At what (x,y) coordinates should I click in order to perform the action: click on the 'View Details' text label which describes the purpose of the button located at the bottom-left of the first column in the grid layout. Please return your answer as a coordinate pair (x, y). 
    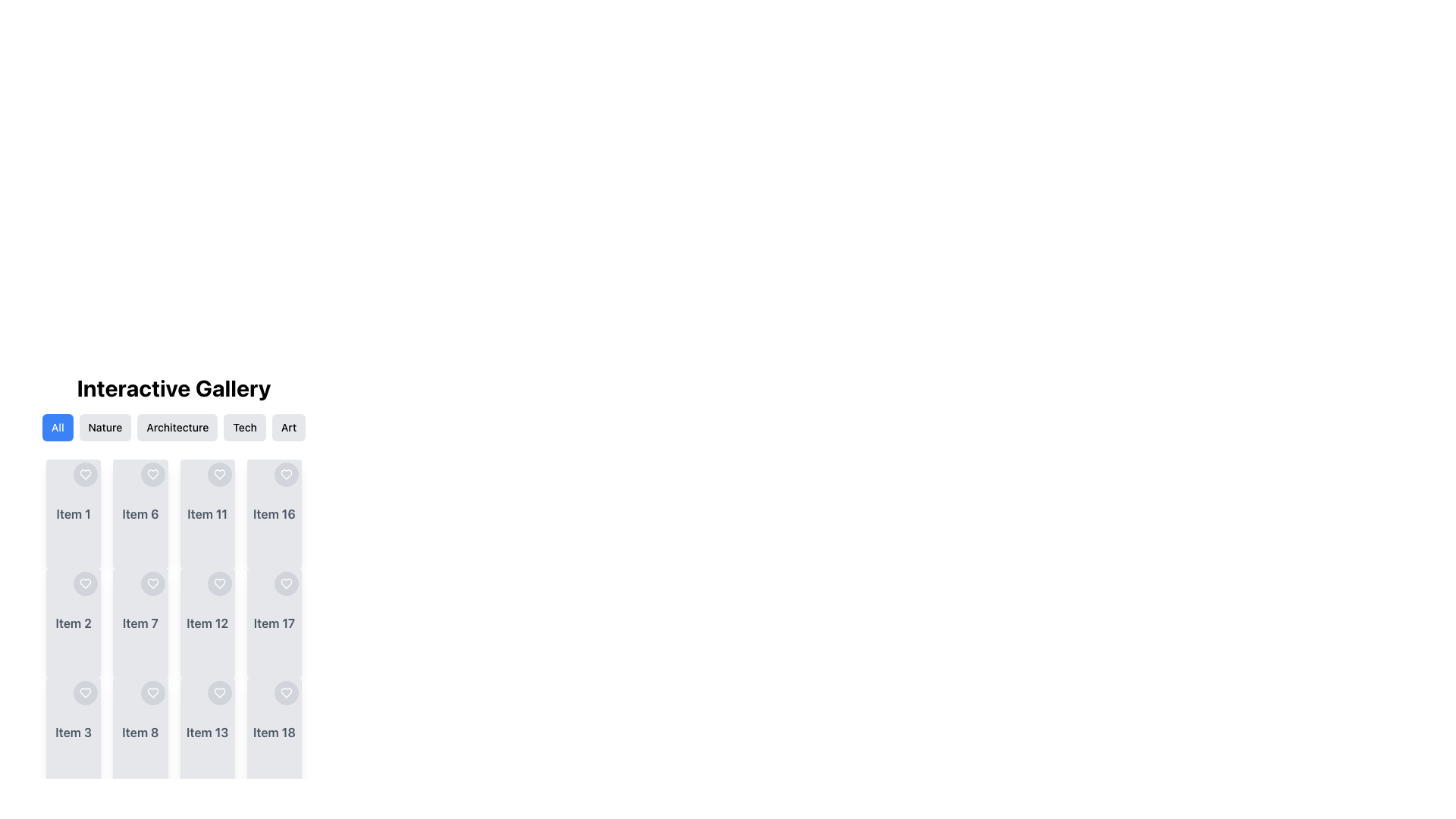
    Looking at the image, I should click on (80, 513).